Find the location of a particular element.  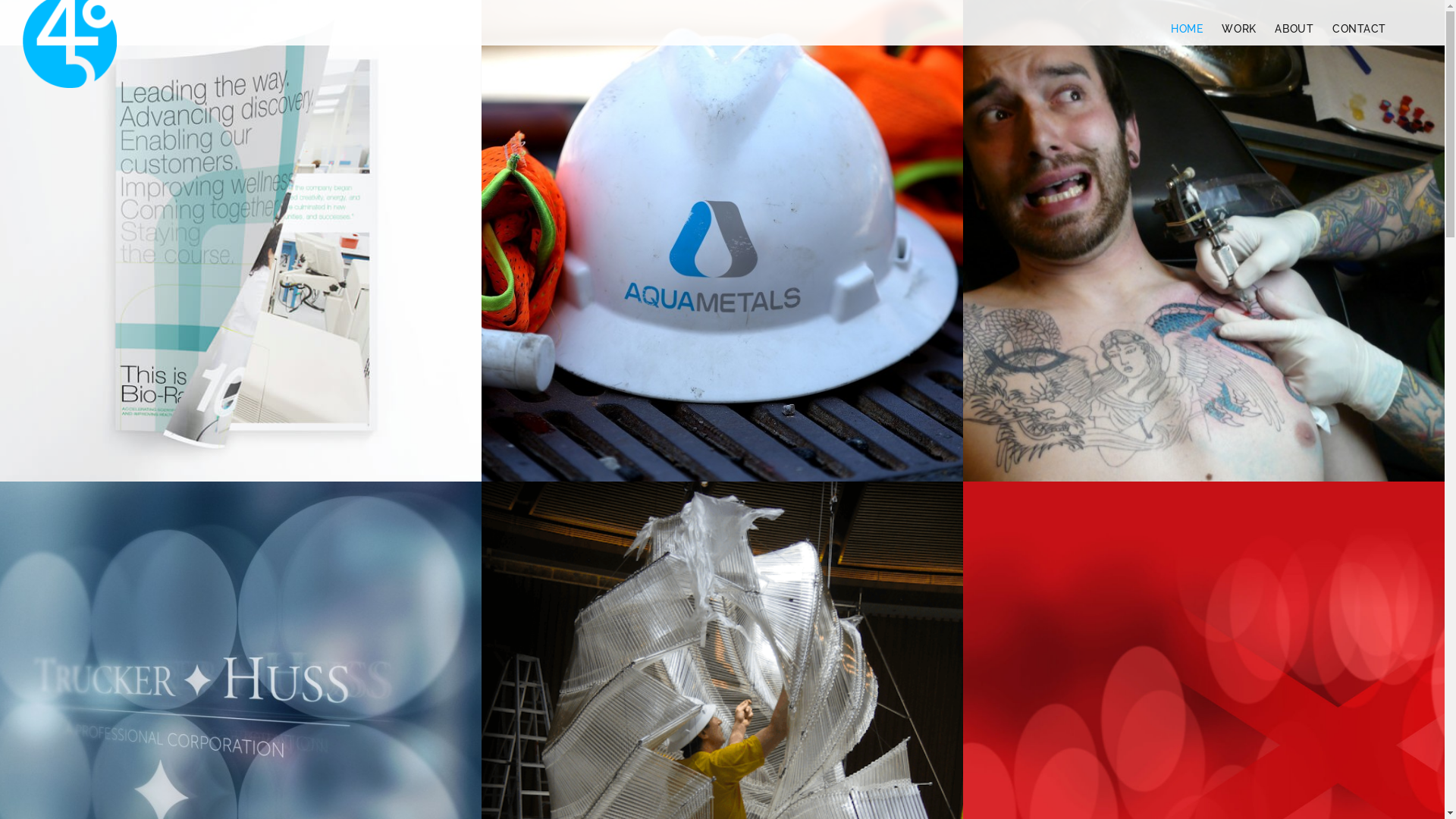

'HOME' is located at coordinates (1185, 29).